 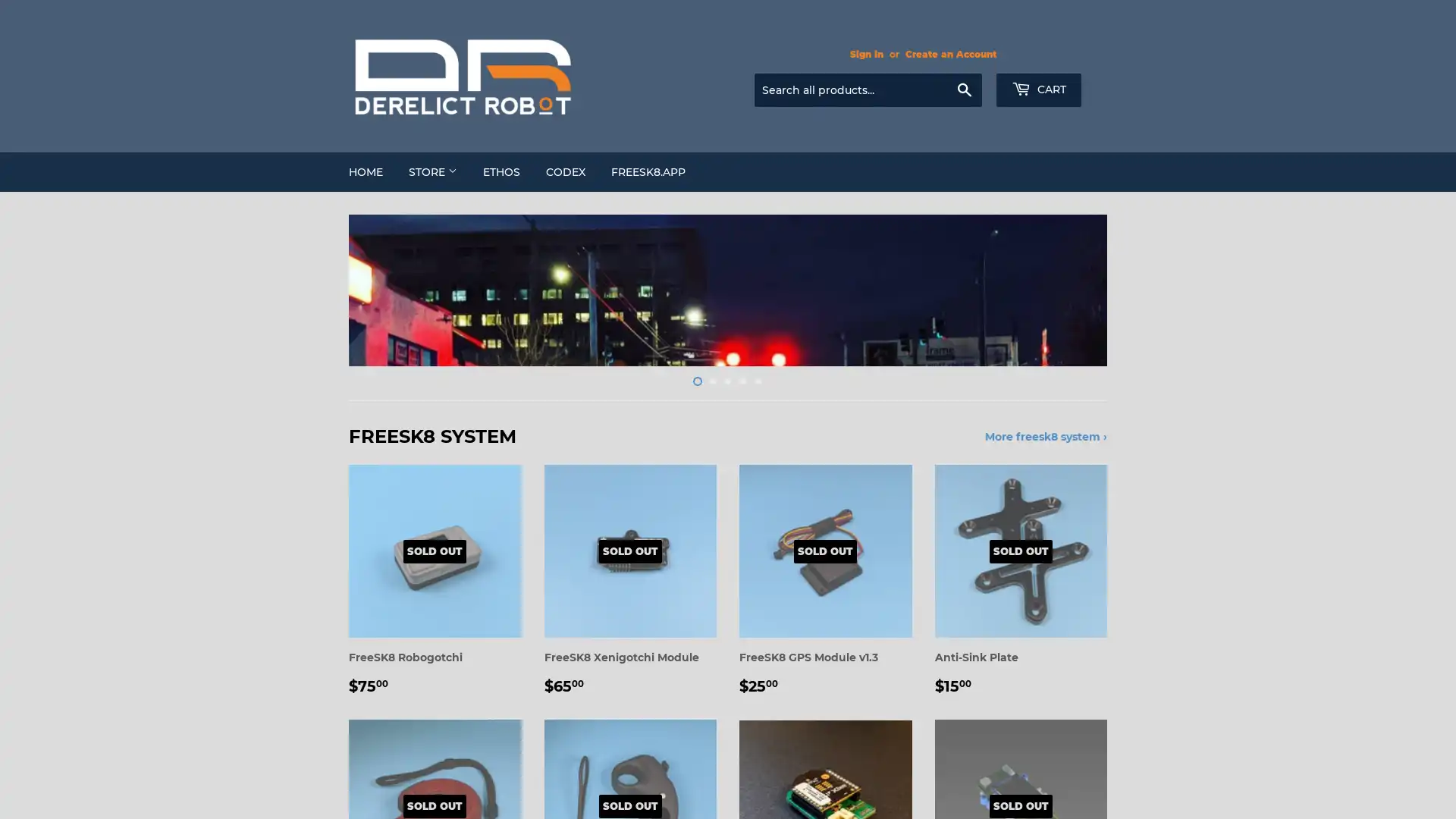 I want to click on Search, so click(x=963, y=90).